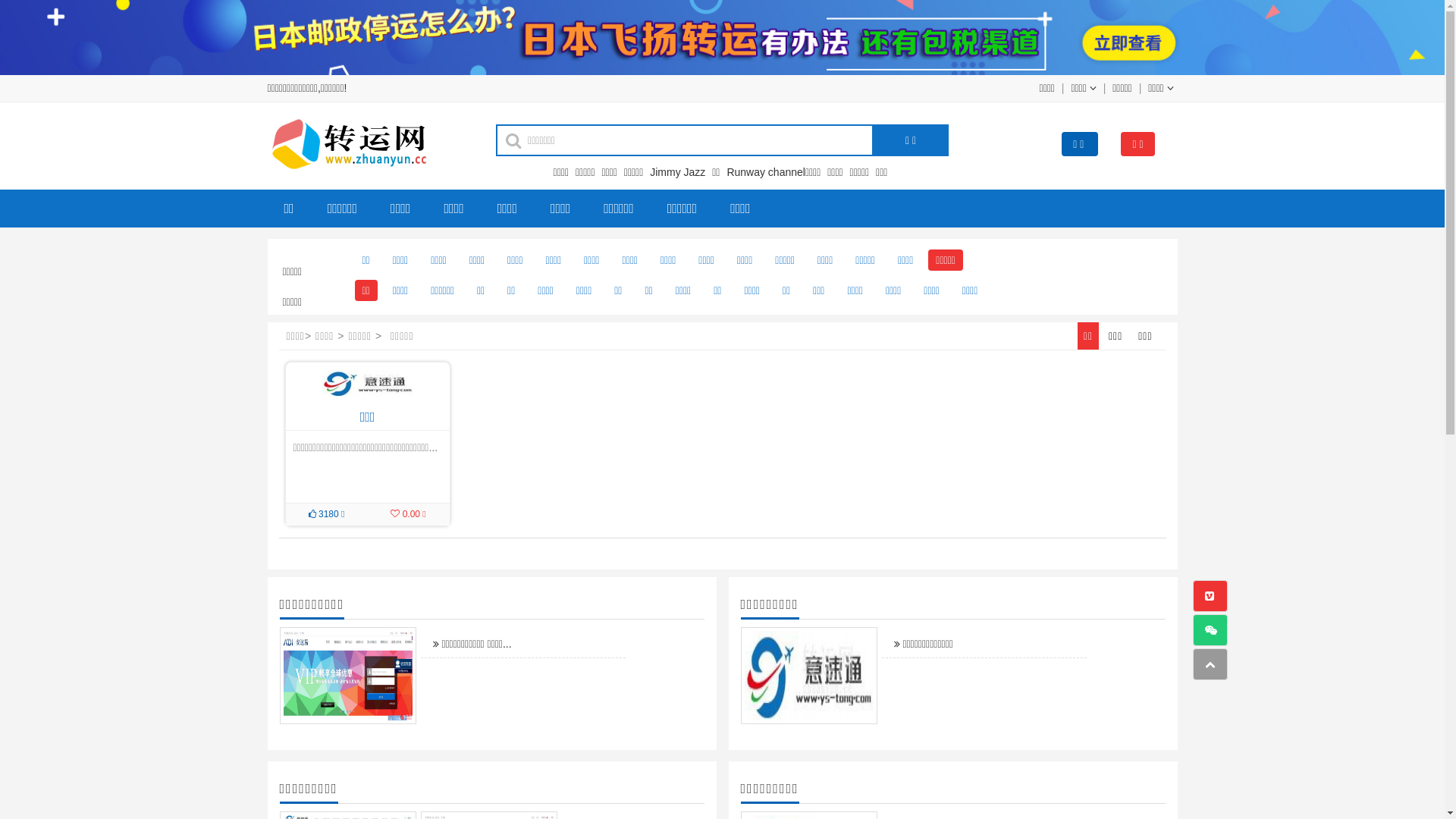 The image size is (1456, 819). I want to click on 'Jimmy Jazz', so click(679, 171).